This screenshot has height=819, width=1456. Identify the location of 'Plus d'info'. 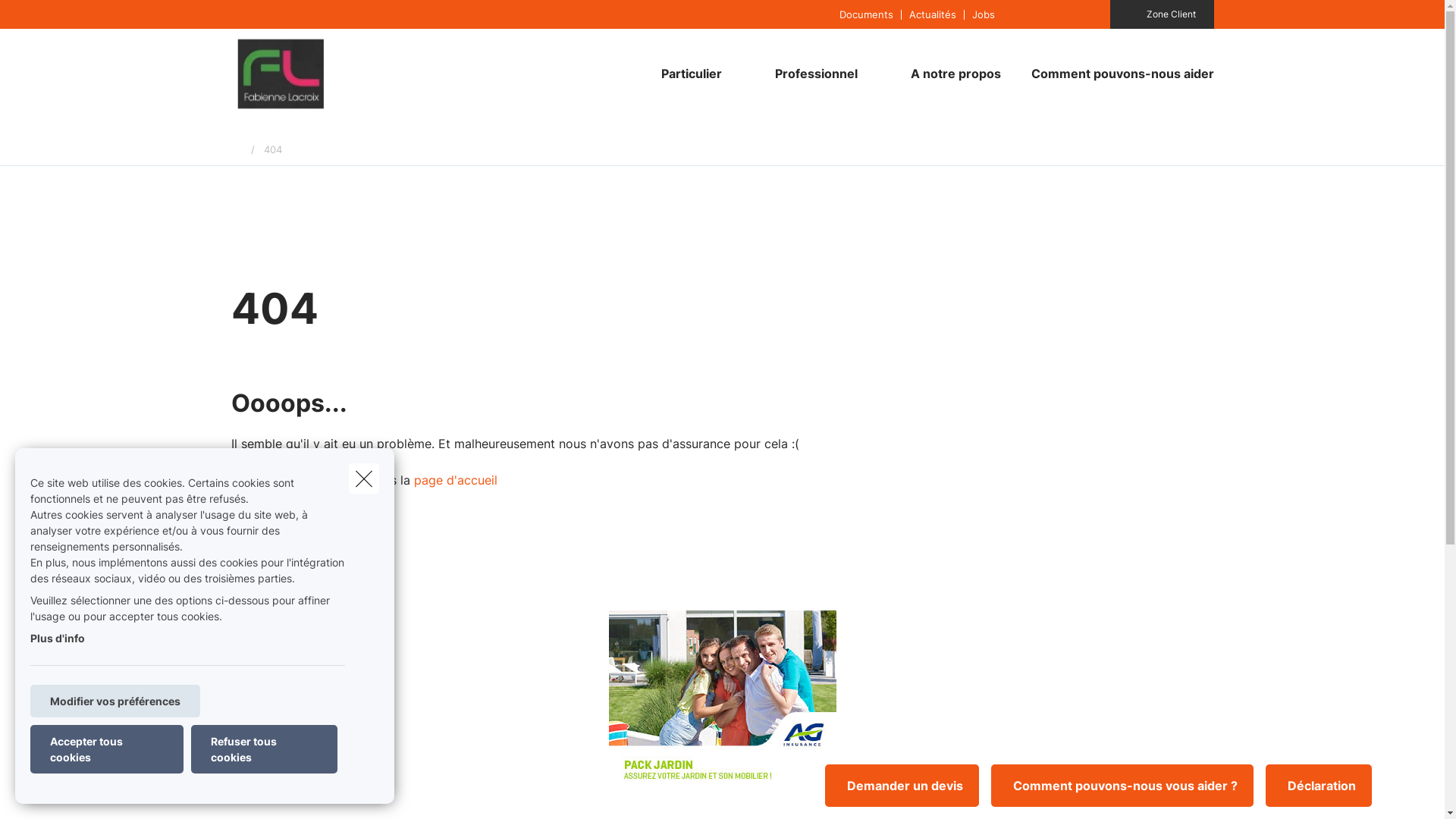
(58, 638).